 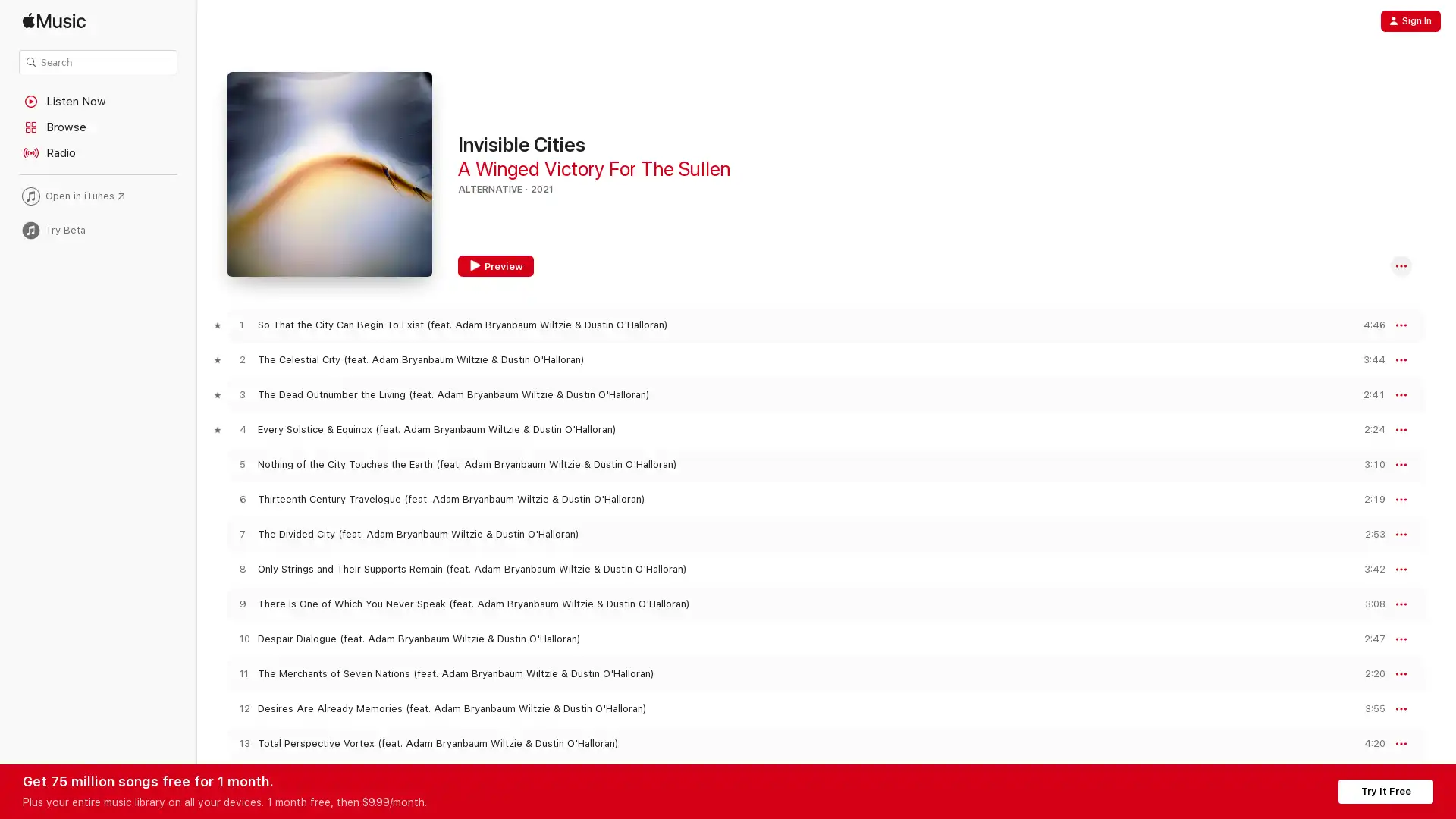 What do you see at coordinates (241, 639) in the screenshot?
I see `Play` at bounding box center [241, 639].